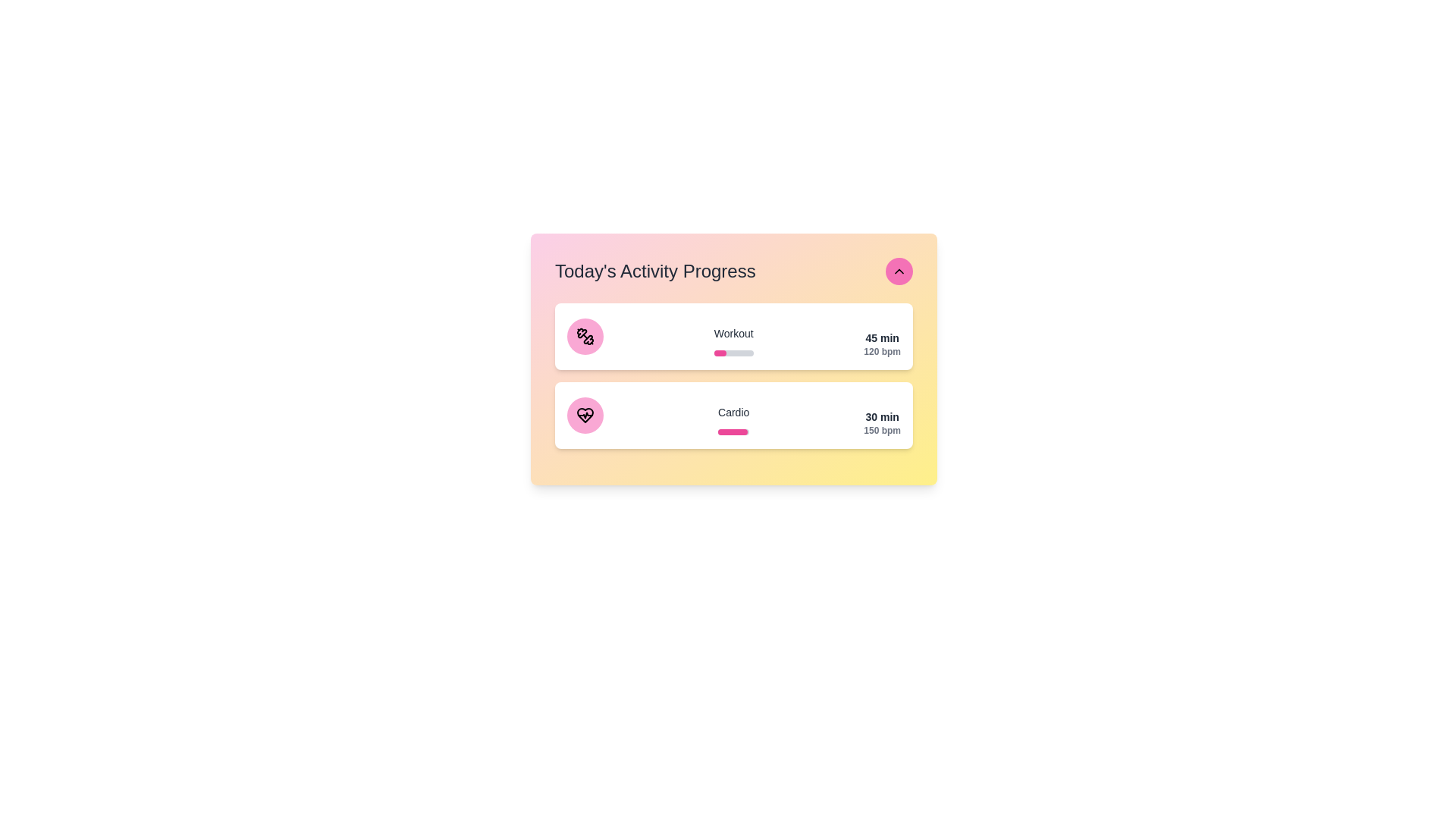 The width and height of the screenshot is (1456, 819). Describe the element at coordinates (734, 415) in the screenshot. I see `the second Card item in the 'Today's Activity Progress' panel, which features a white background, rounded corners, and a shadow effect, containing a progress bar and text labels for 'Cardio', '30 min', and '150 bpm'` at that location.